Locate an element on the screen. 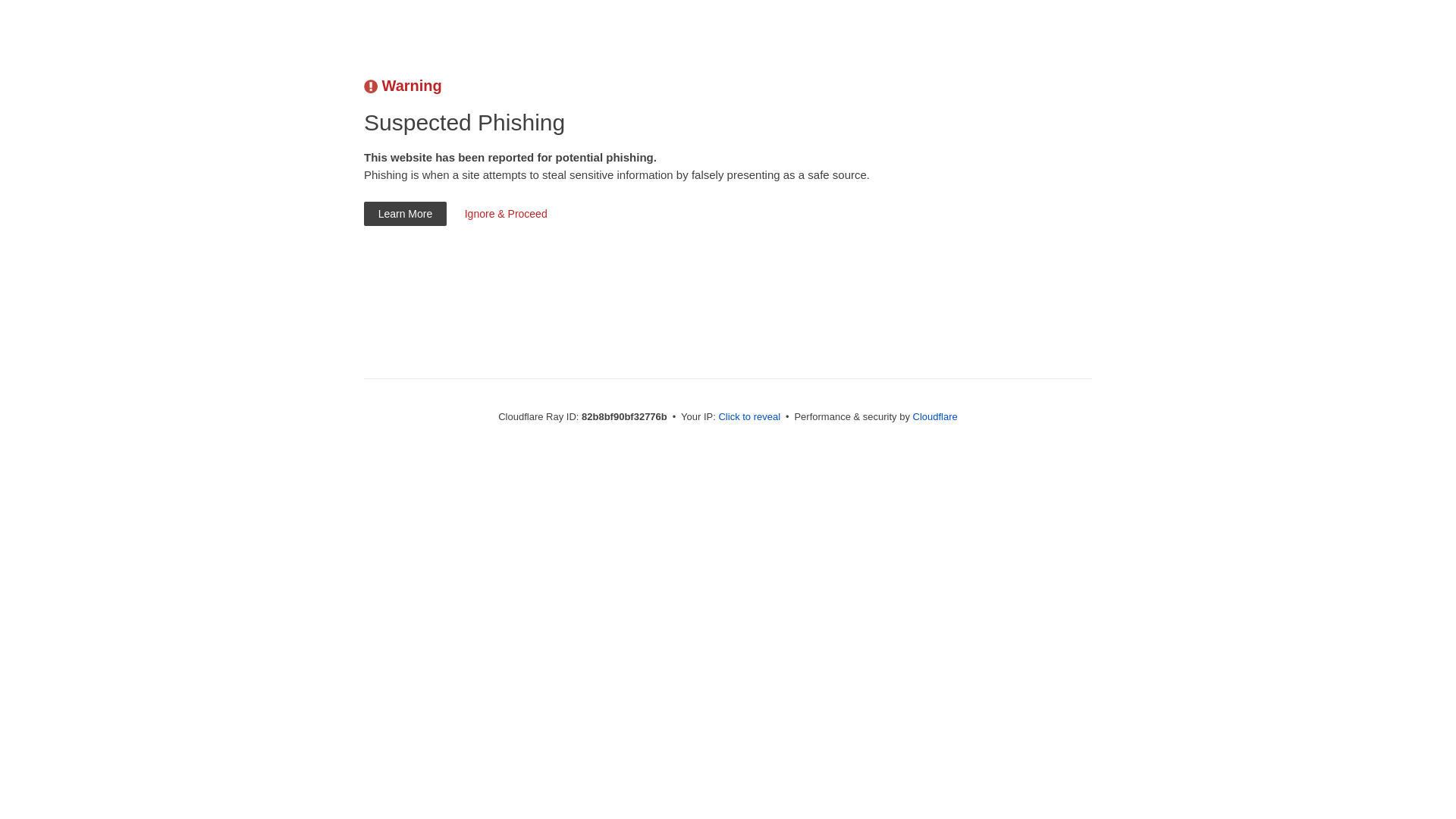  'Click to reveal' is located at coordinates (717, 417).